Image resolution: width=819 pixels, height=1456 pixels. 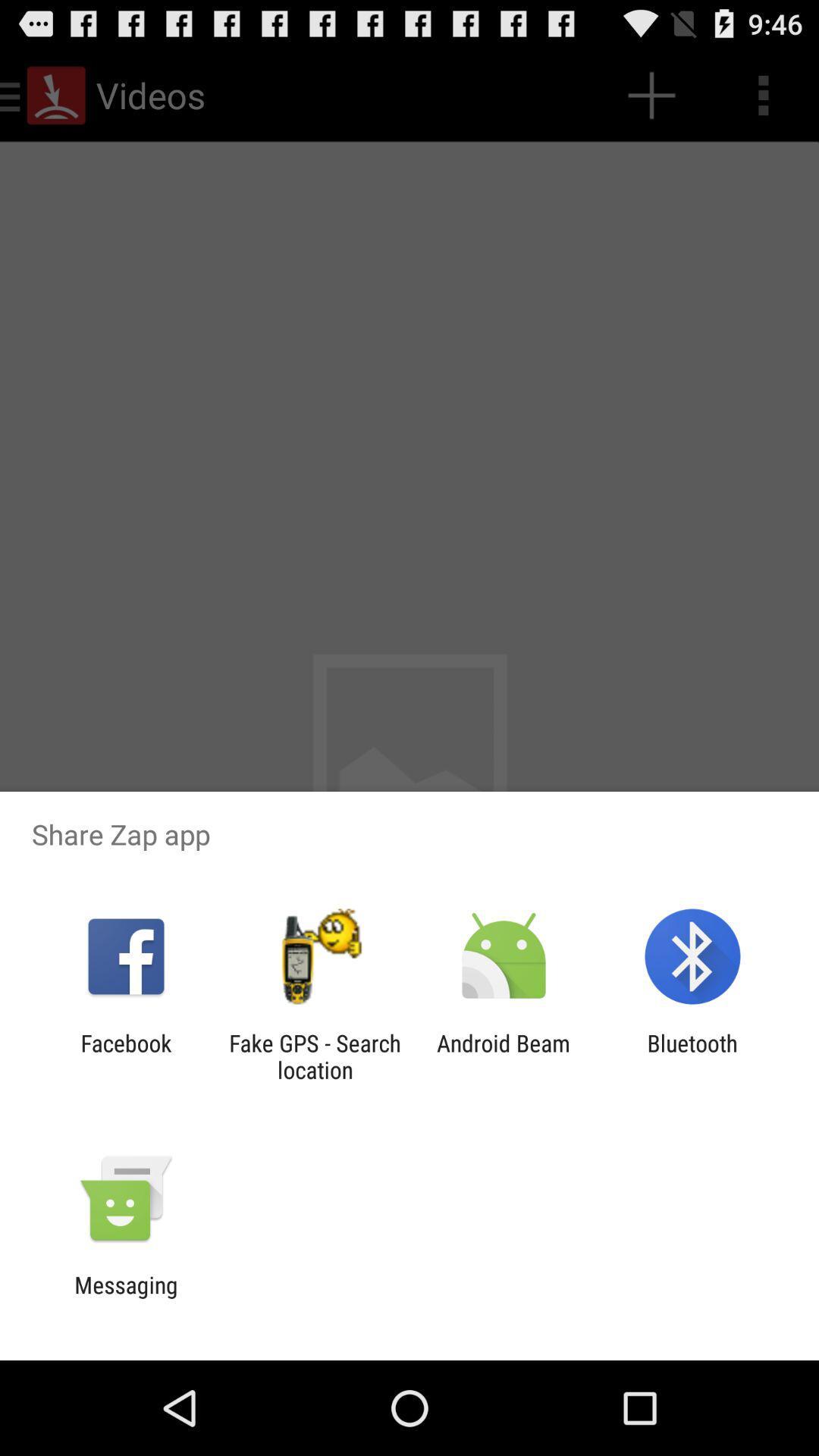 What do you see at coordinates (504, 1056) in the screenshot?
I see `the android beam icon` at bounding box center [504, 1056].